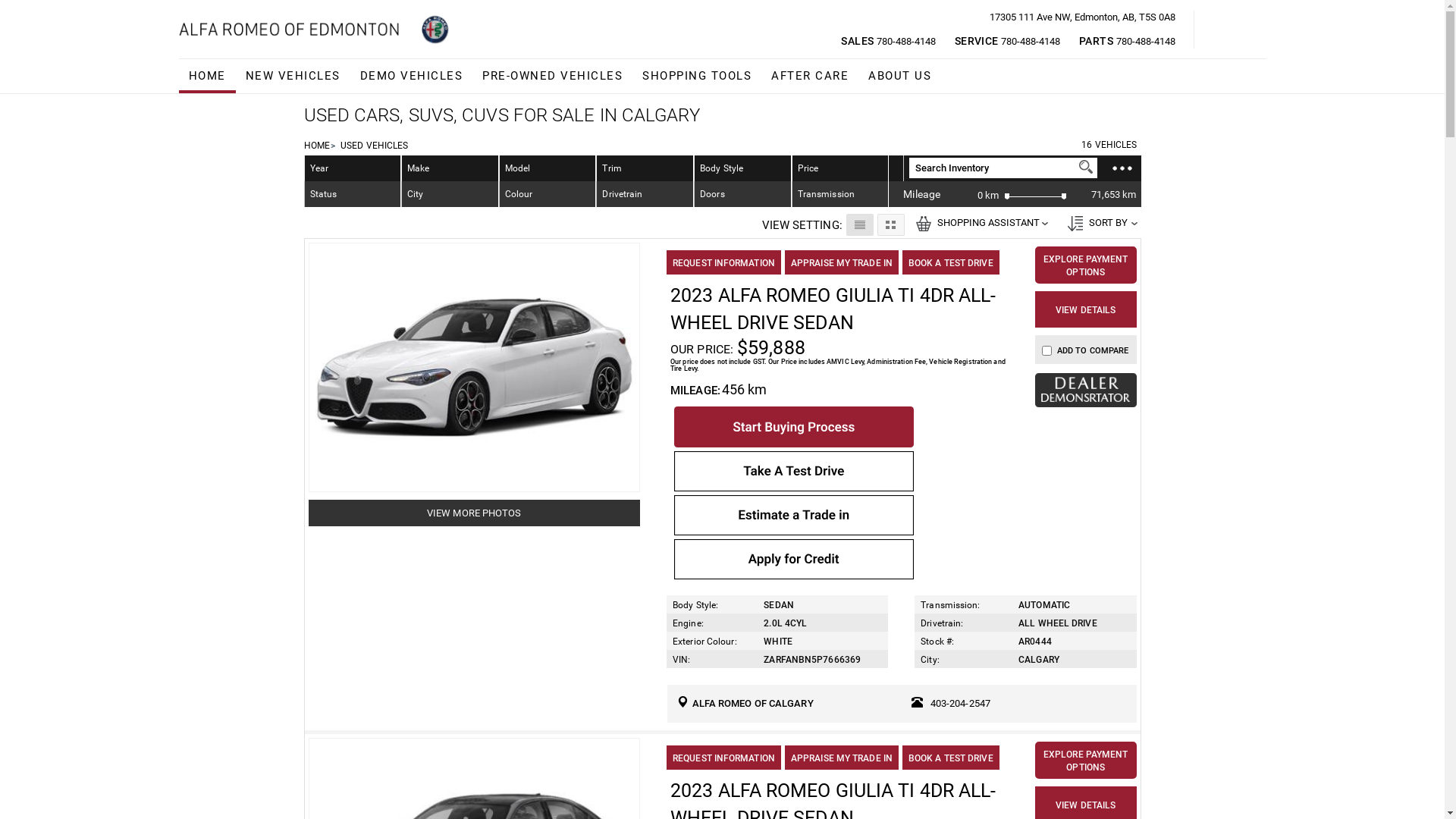 The image size is (1456, 819). What do you see at coordinates (352, 193) in the screenshot?
I see `'Status'` at bounding box center [352, 193].